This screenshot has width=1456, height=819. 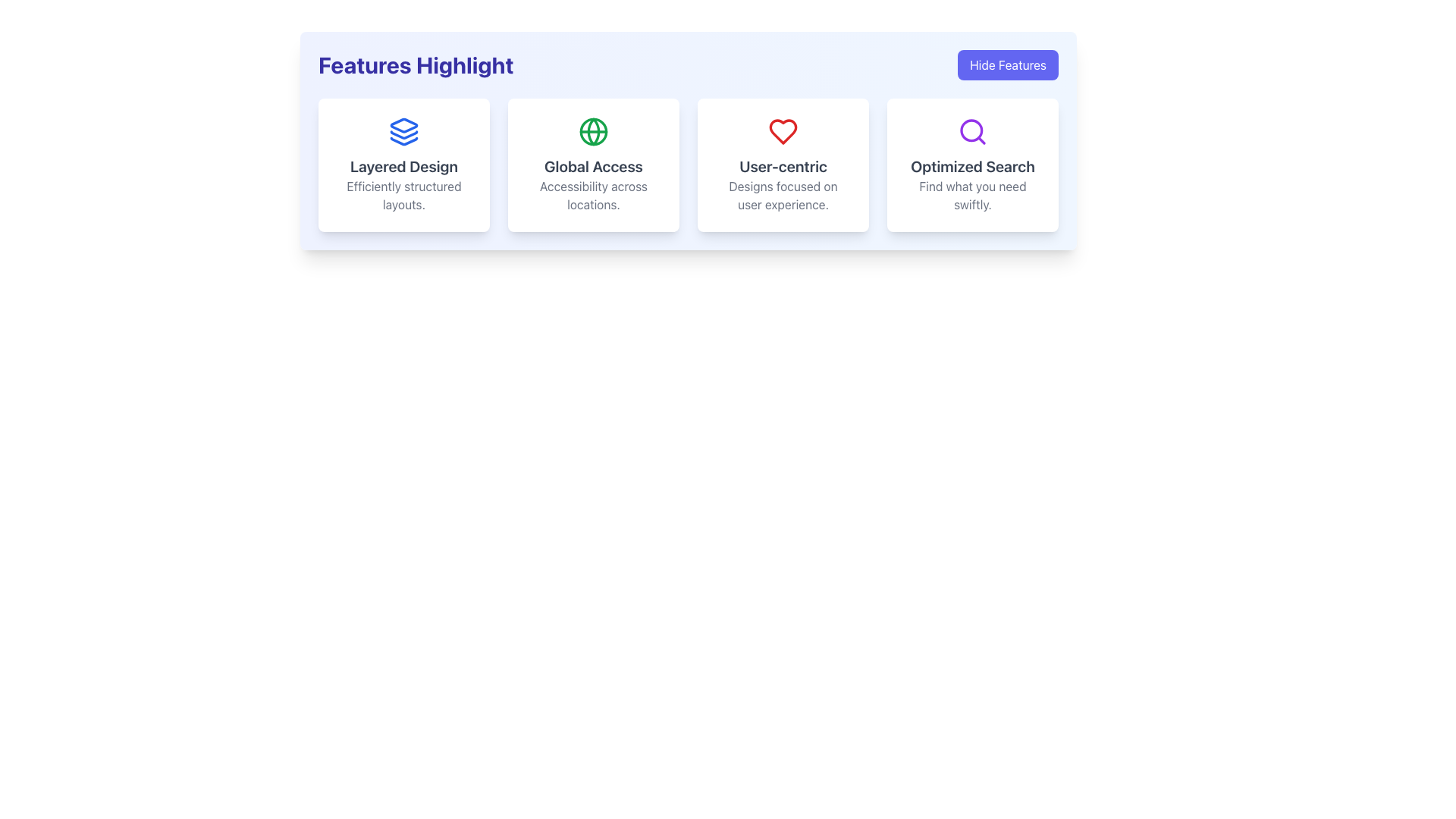 What do you see at coordinates (783, 195) in the screenshot?
I see `information provided in the text label displaying 'Designs focused on user experience.' which is styled in gray and smaller text size` at bounding box center [783, 195].